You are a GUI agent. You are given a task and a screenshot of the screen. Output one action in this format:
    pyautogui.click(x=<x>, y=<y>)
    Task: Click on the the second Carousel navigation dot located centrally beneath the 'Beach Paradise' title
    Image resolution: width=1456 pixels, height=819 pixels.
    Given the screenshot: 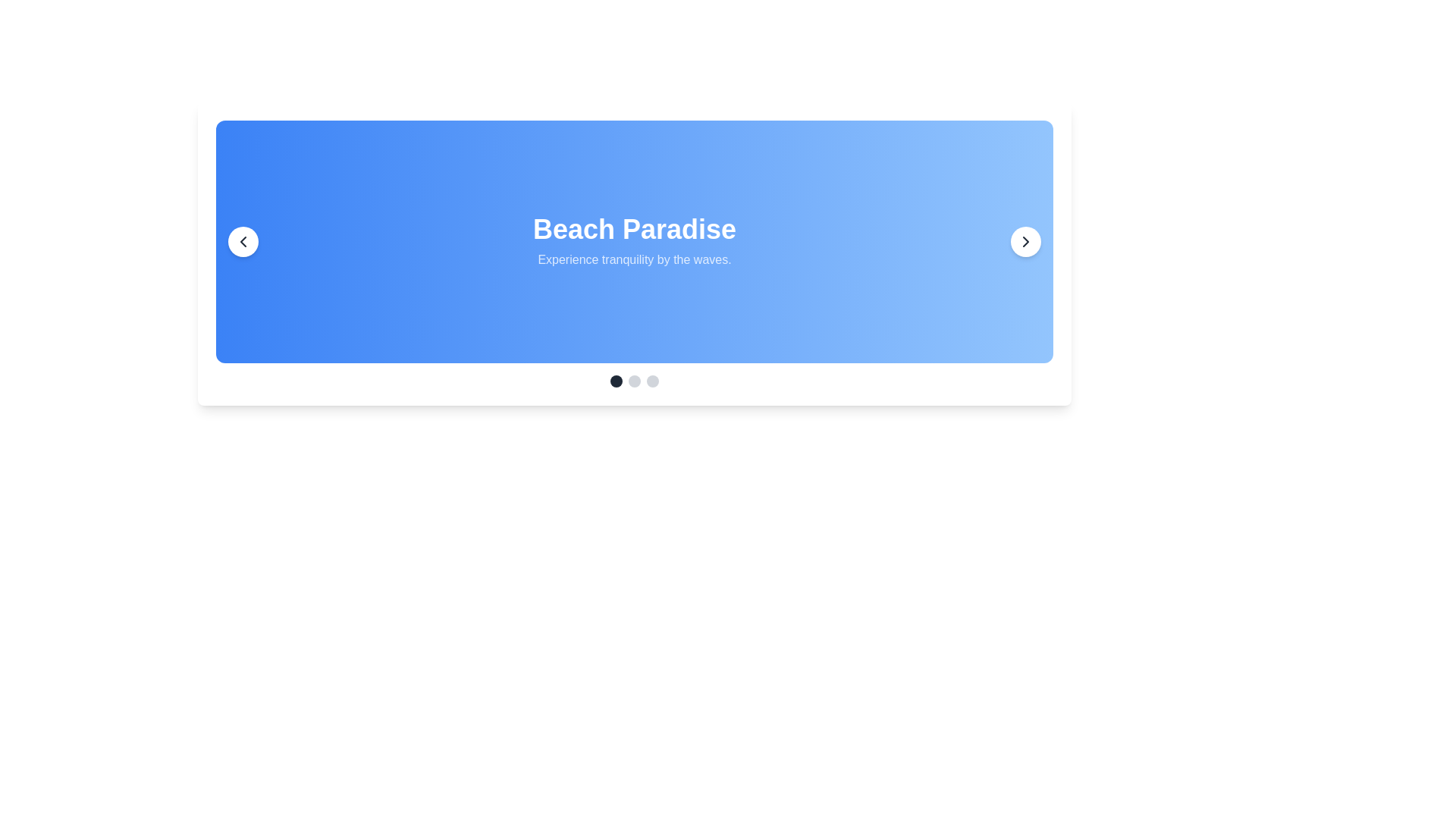 What is the action you would take?
    pyautogui.click(x=634, y=380)
    